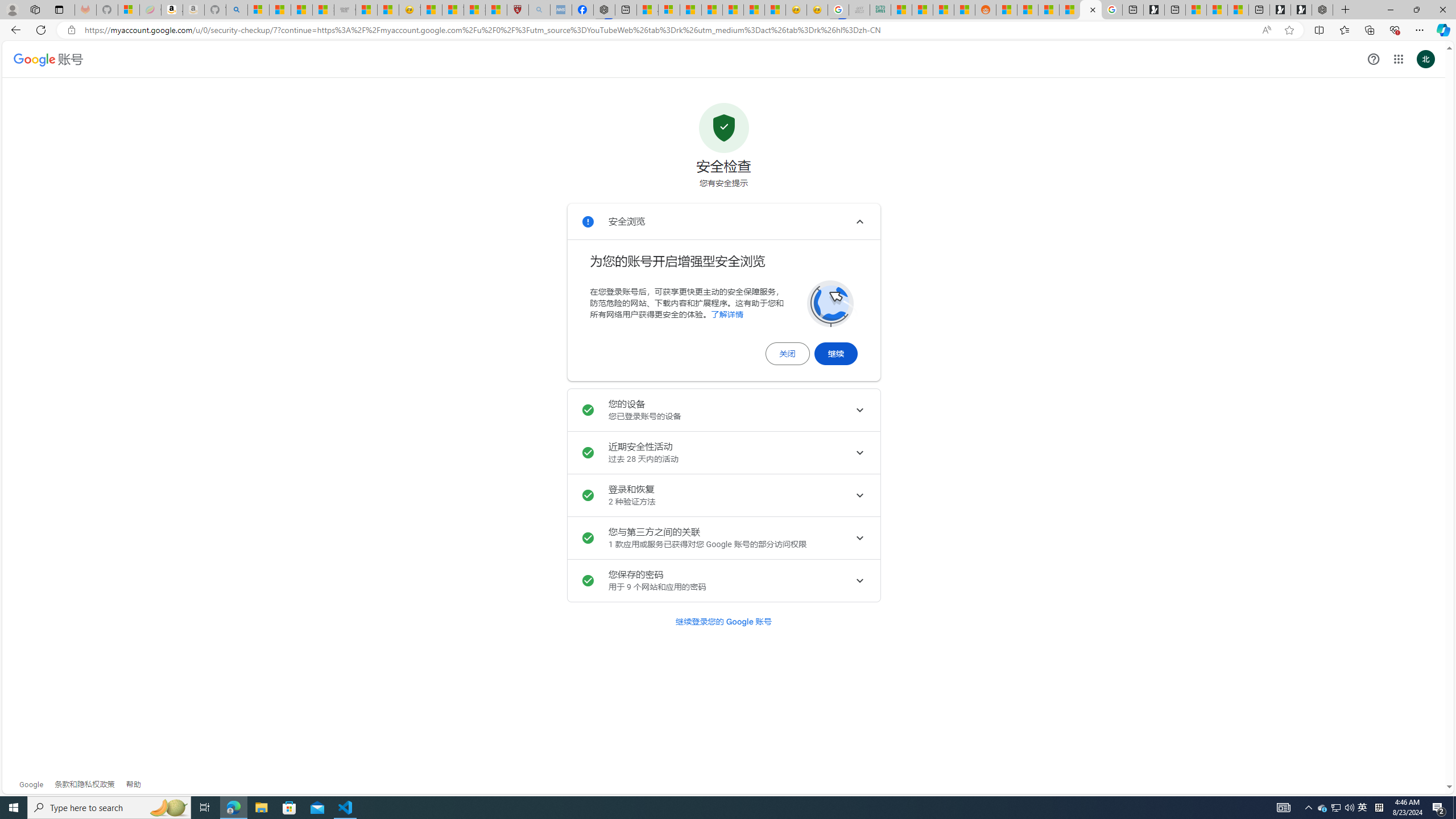 Image resolution: width=1456 pixels, height=819 pixels. Describe the element at coordinates (345, 9) in the screenshot. I see `'Combat Siege'` at that location.